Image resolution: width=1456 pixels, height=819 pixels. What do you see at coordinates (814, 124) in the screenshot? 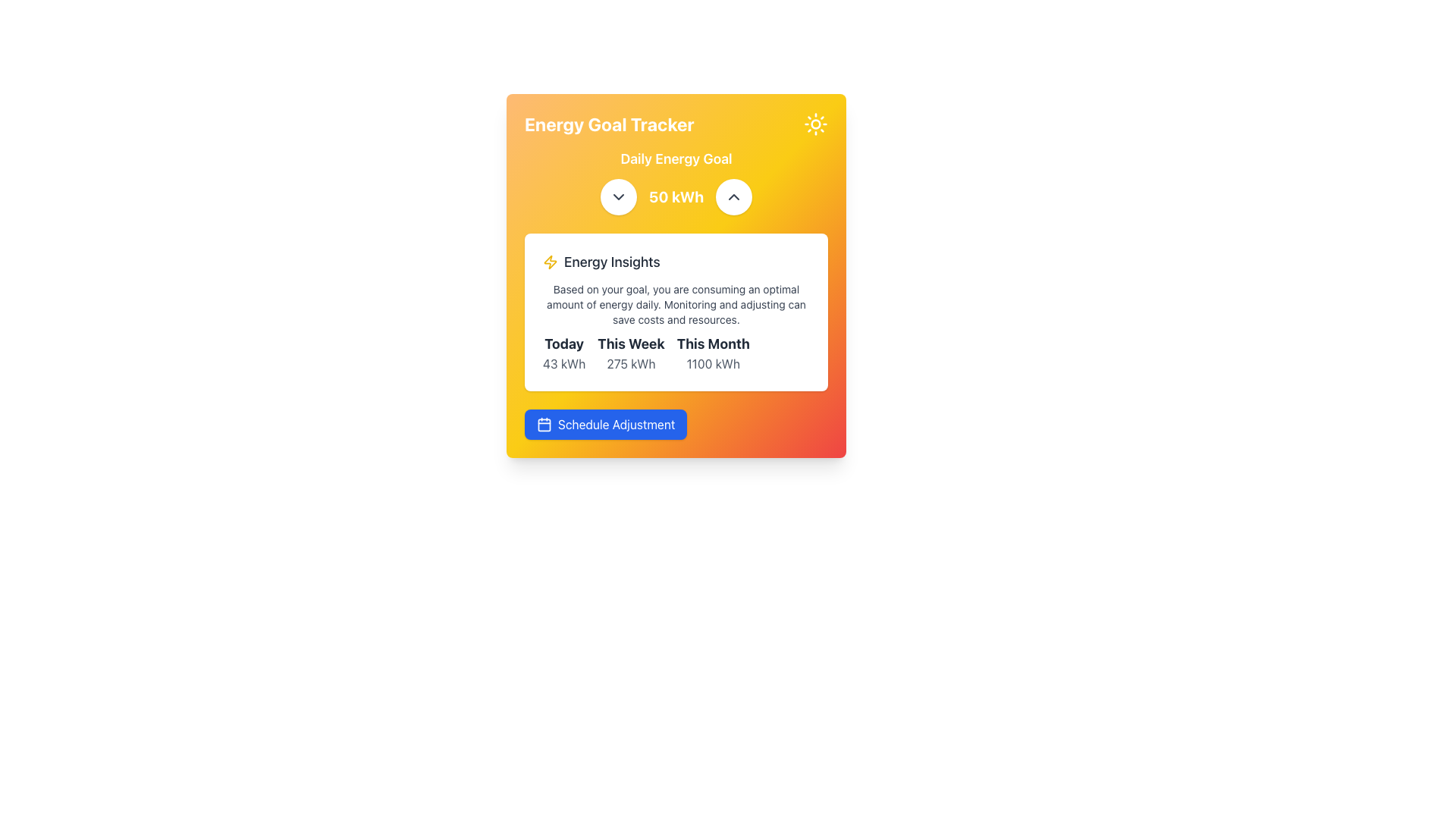
I see `the sun-shaped Decorative Icon located at the top-right corner of the 'Energy Goal Tracker' section, which features a circular disk surrounded by radial lines on an orange gradient background` at bounding box center [814, 124].